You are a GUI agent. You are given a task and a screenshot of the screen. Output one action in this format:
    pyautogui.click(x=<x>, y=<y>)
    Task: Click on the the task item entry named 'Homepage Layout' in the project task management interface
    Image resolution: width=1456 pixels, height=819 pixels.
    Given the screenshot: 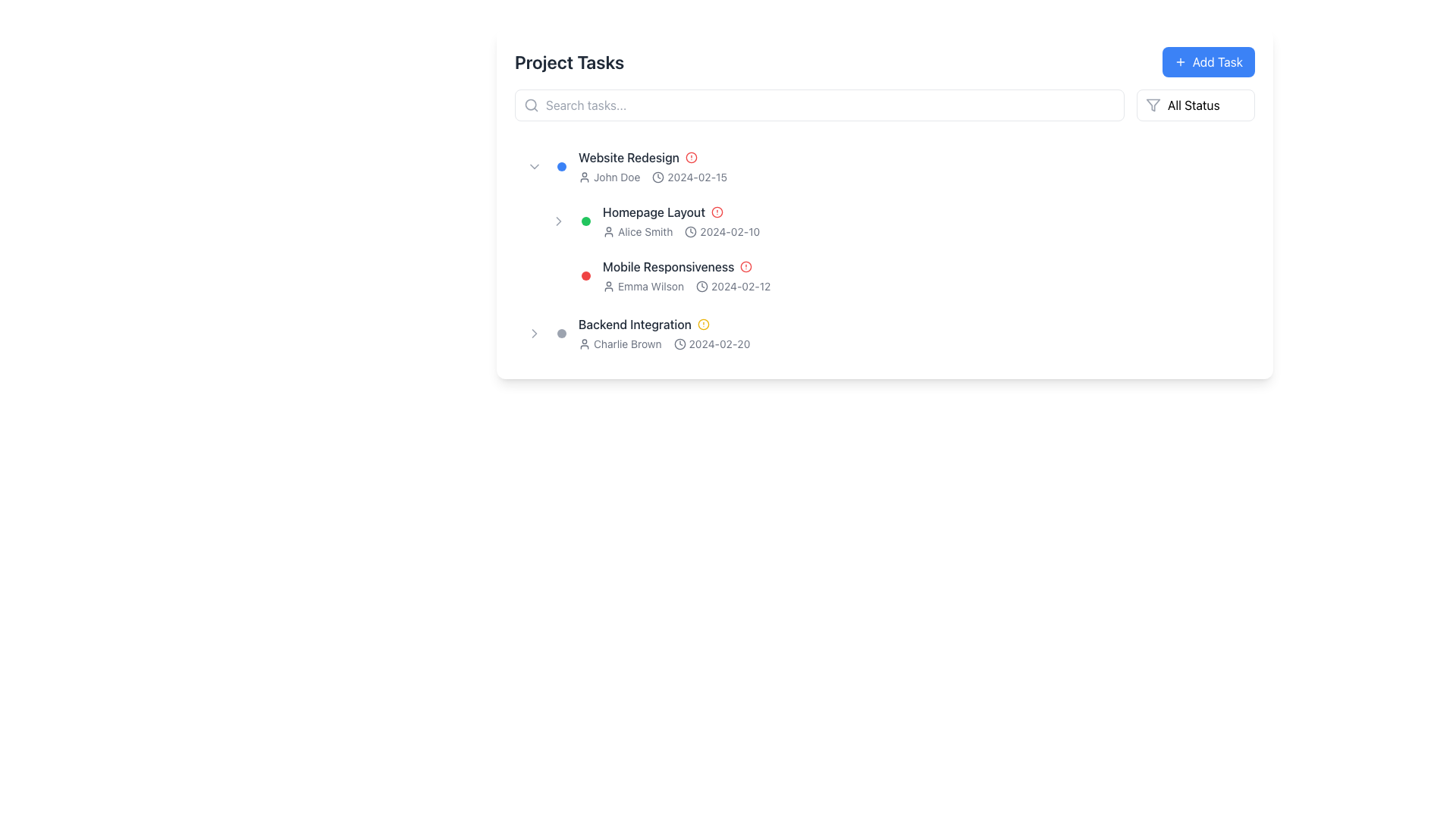 What is the action you would take?
    pyautogui.click(x=896, y=221)
    